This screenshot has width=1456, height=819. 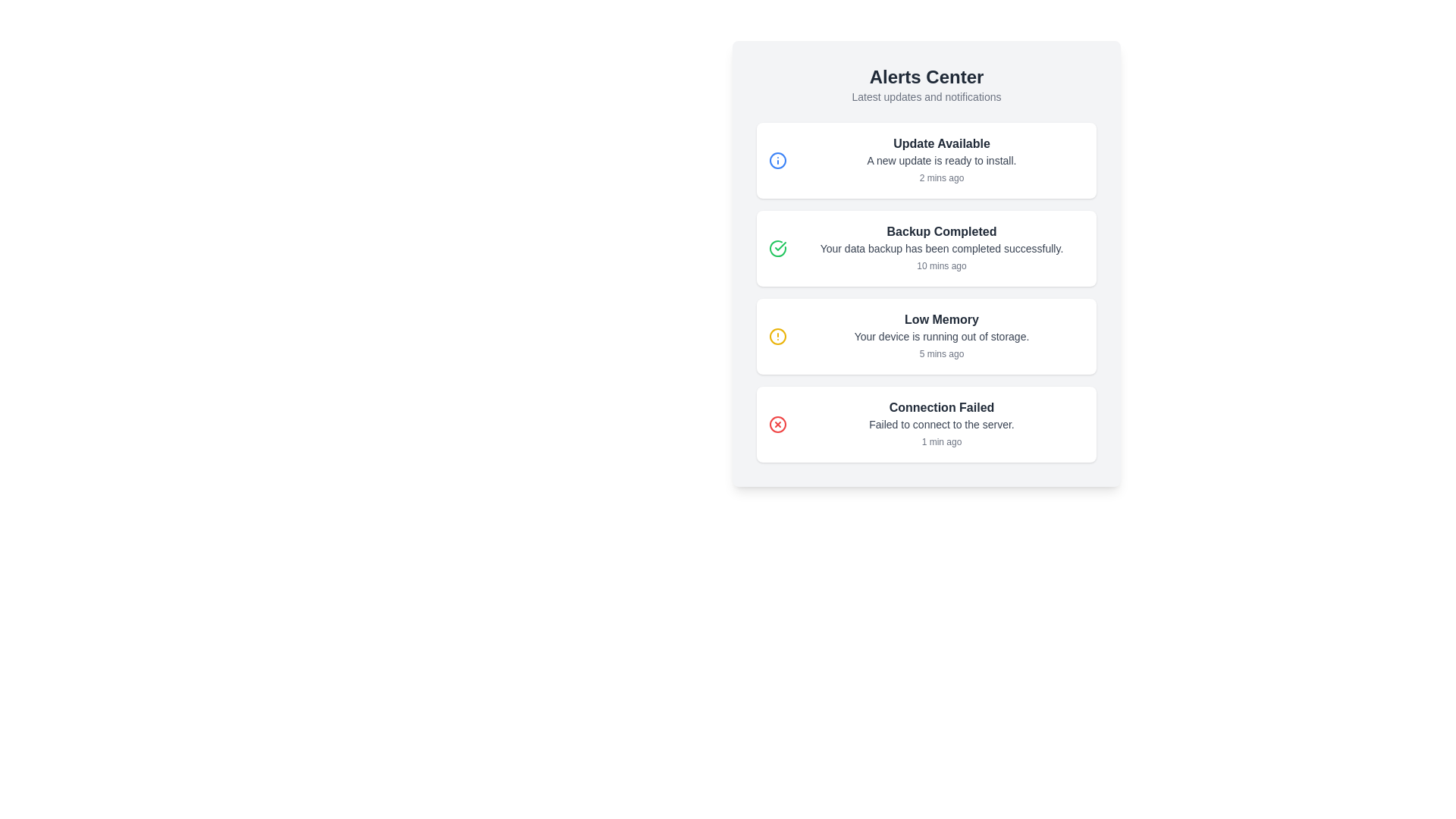 What do you see at coordinates (926, 335) in the screenshot?
I see `the 'Low Memory' notification card, which is the third card in a vertical list of notifications, displaying a yellow warning icon and the message 'Your device is running out of storage'` at bounding box center [926, 335].